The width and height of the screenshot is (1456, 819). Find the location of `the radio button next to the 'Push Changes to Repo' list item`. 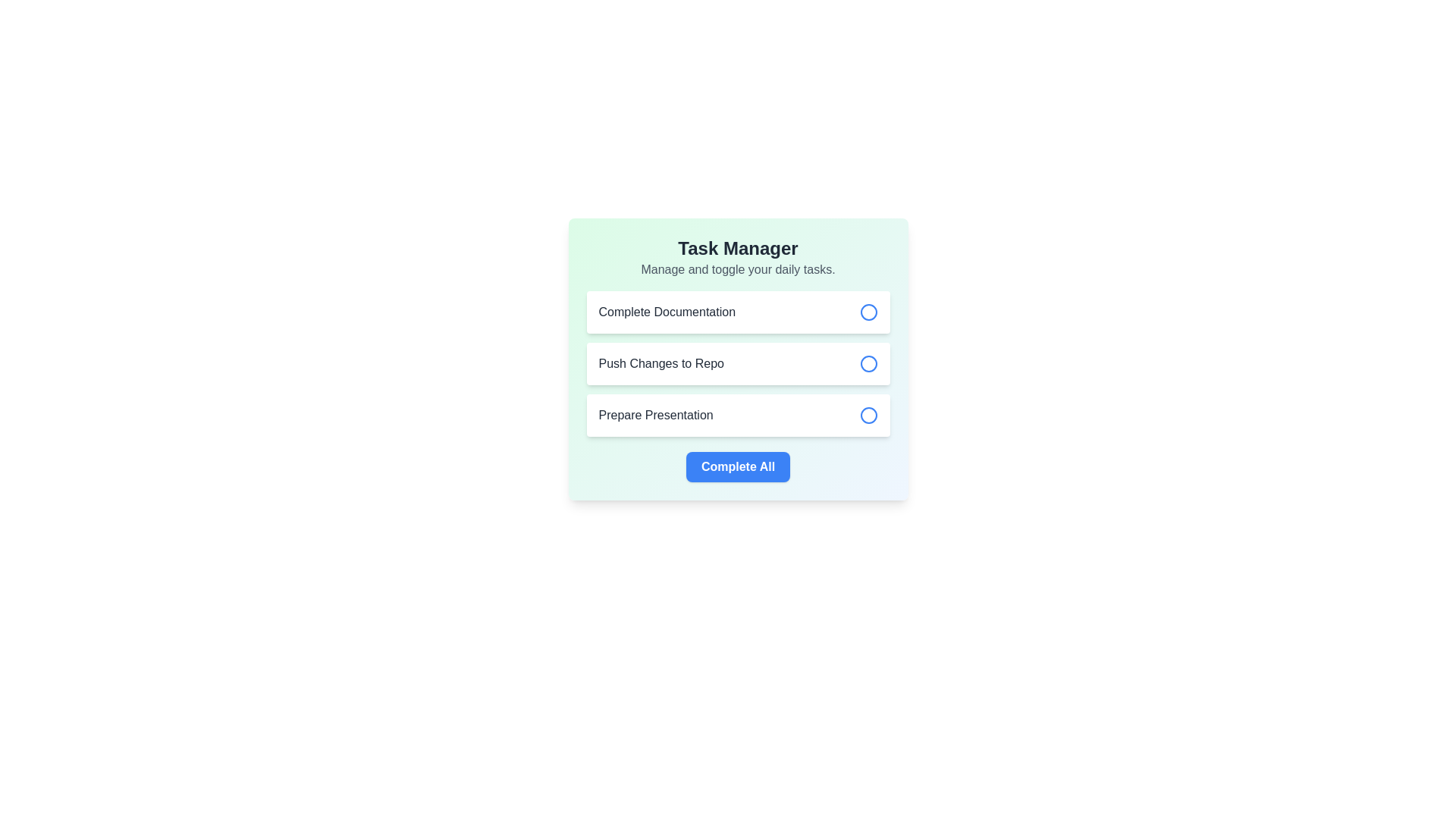

the radio button next to the 'Push Changes to Repo' list item is located at coordinates (868, 363).